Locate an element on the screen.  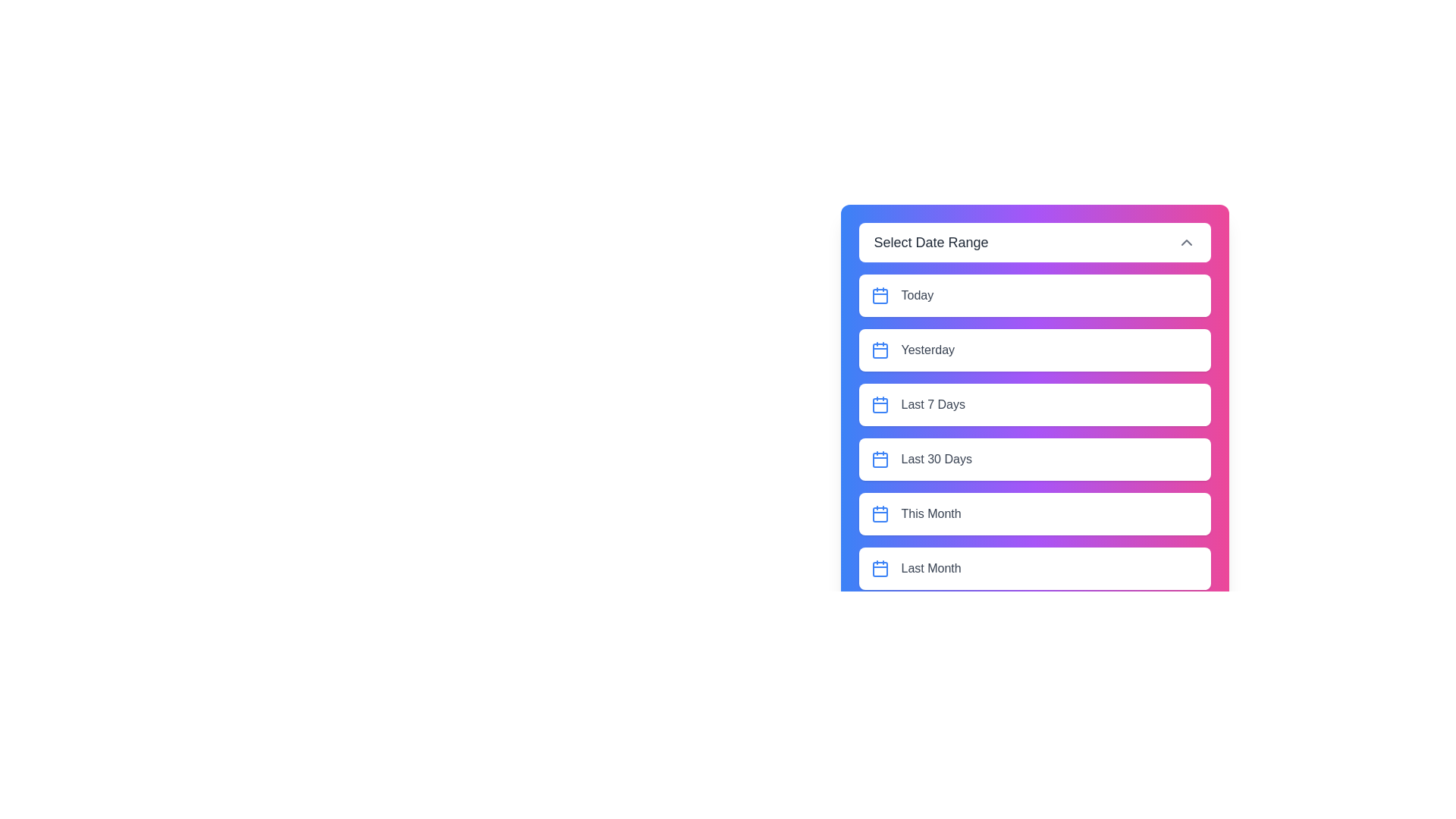
the date range option Today from the list is located at coordinates (1034, 295).